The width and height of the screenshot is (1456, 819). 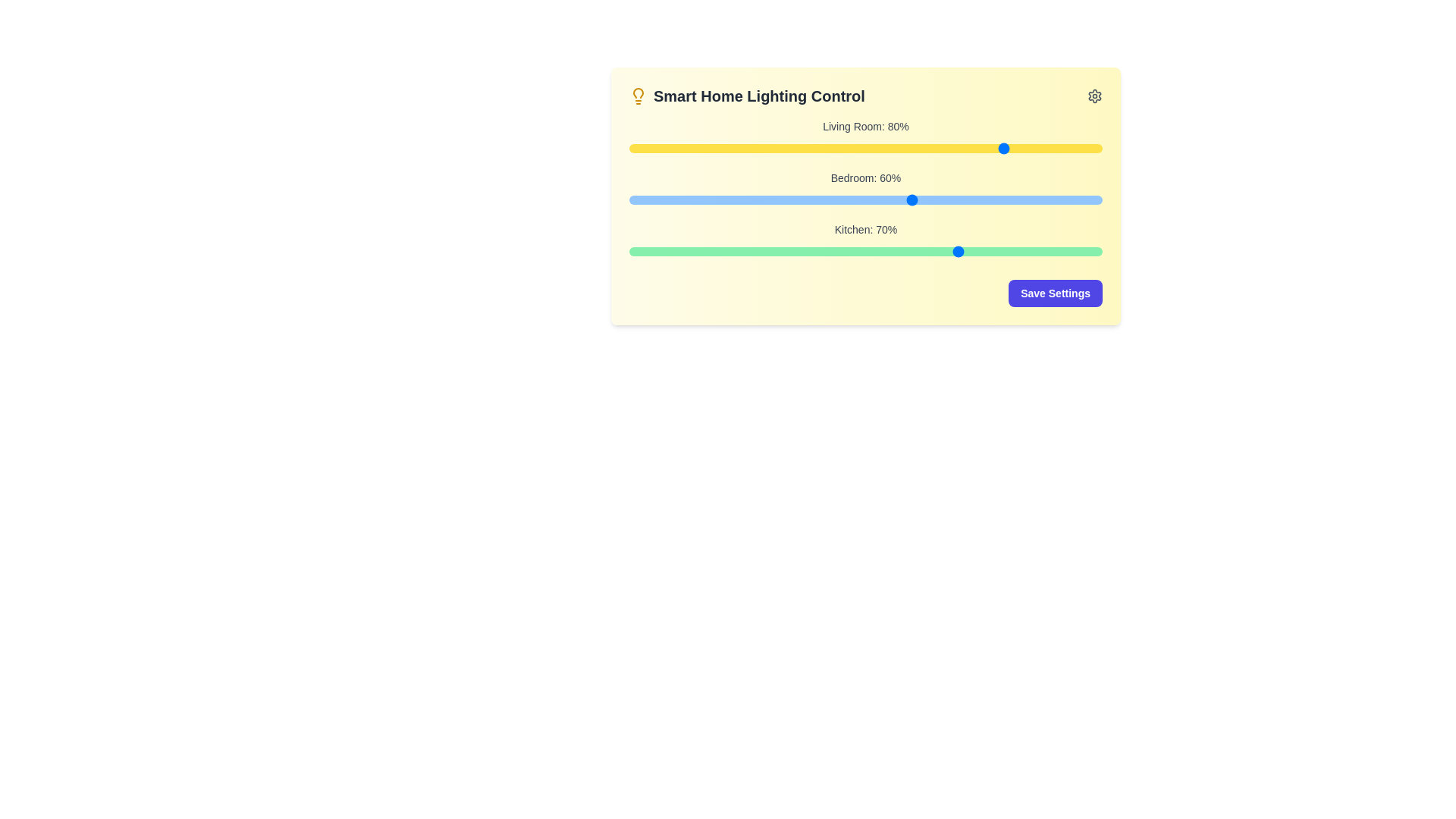 I want to click on the settings icon button located at the top-right corner of the Smart Home Lighting Control section, so click(x=1095, y=96).